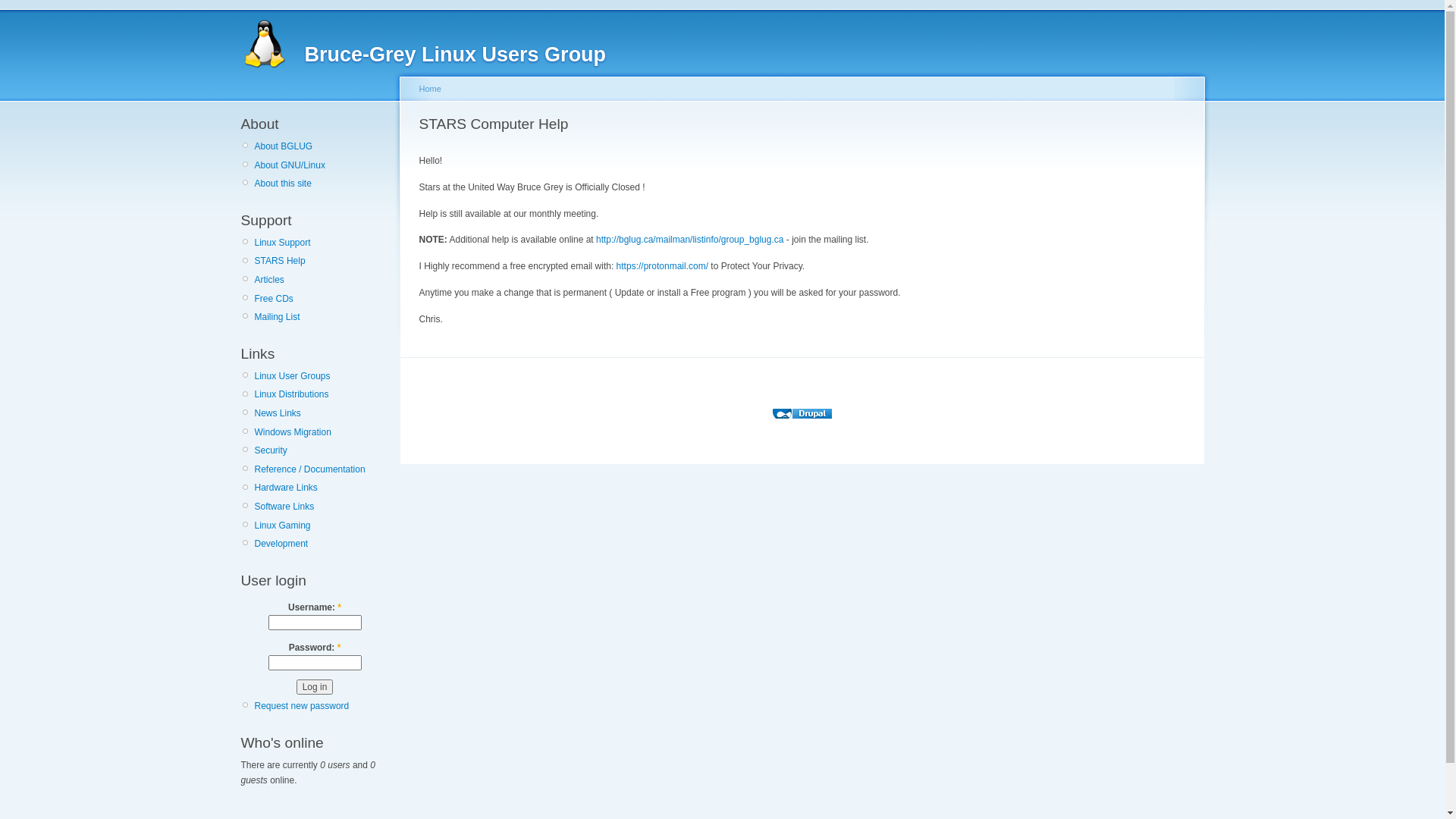 The height and width of the screenshot is (819, 1456). I want to click on 'About BGLUG', so click(321, 146).